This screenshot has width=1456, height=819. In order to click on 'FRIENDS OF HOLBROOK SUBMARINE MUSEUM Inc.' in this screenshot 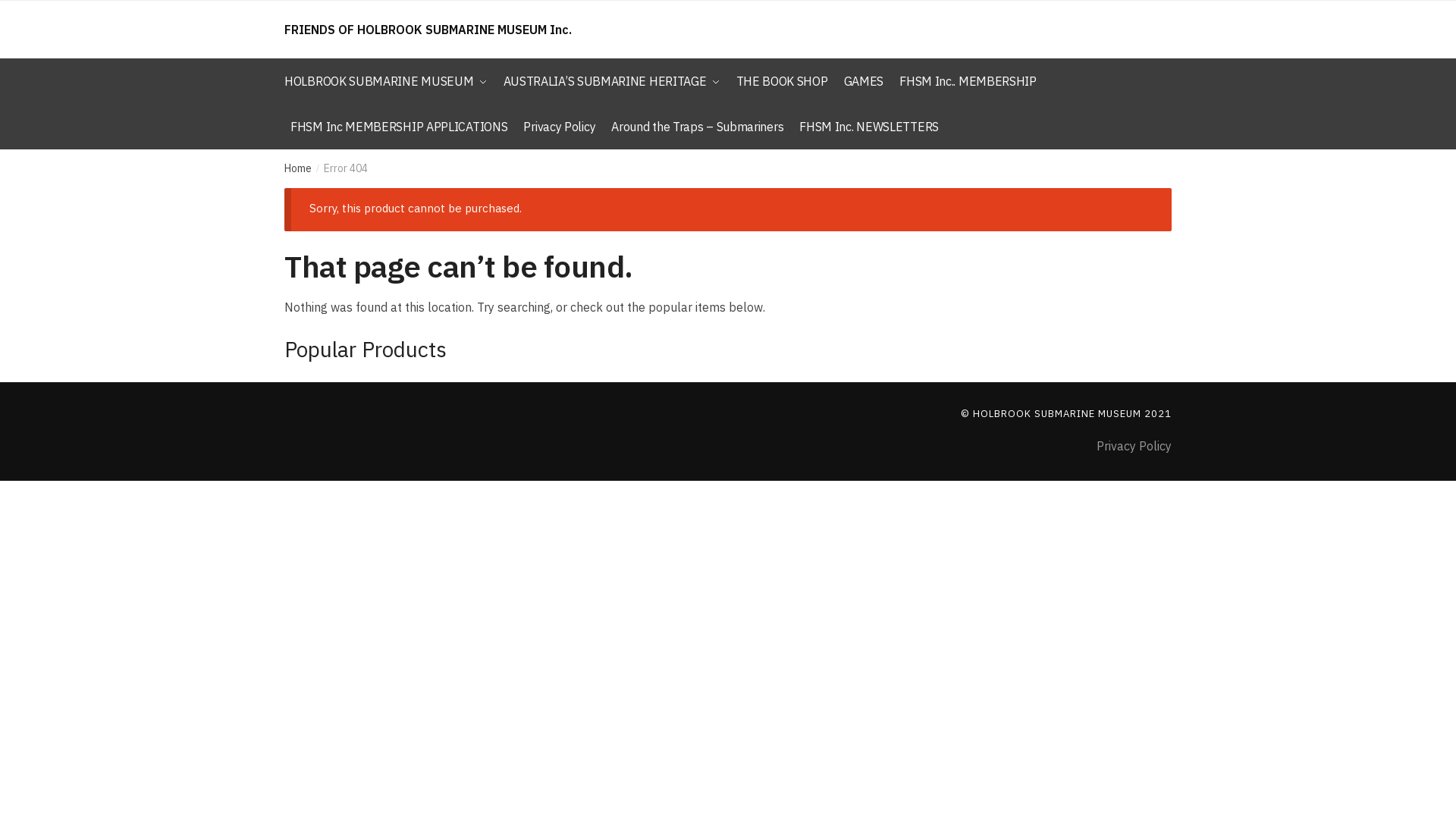, I will do `click(427, 29)`.